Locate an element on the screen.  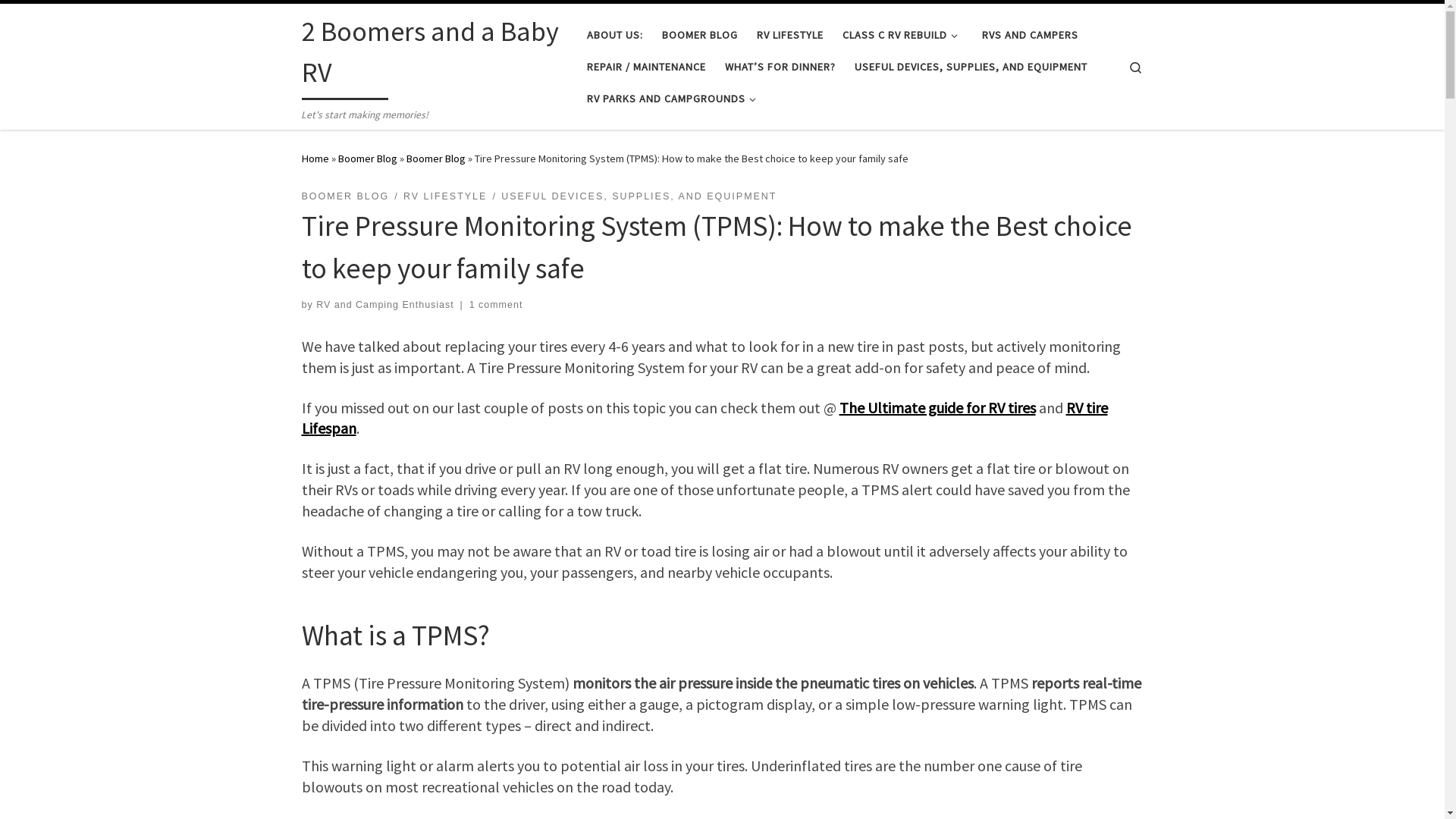
'Boomer Blog' is located at coordinates (435, 158).